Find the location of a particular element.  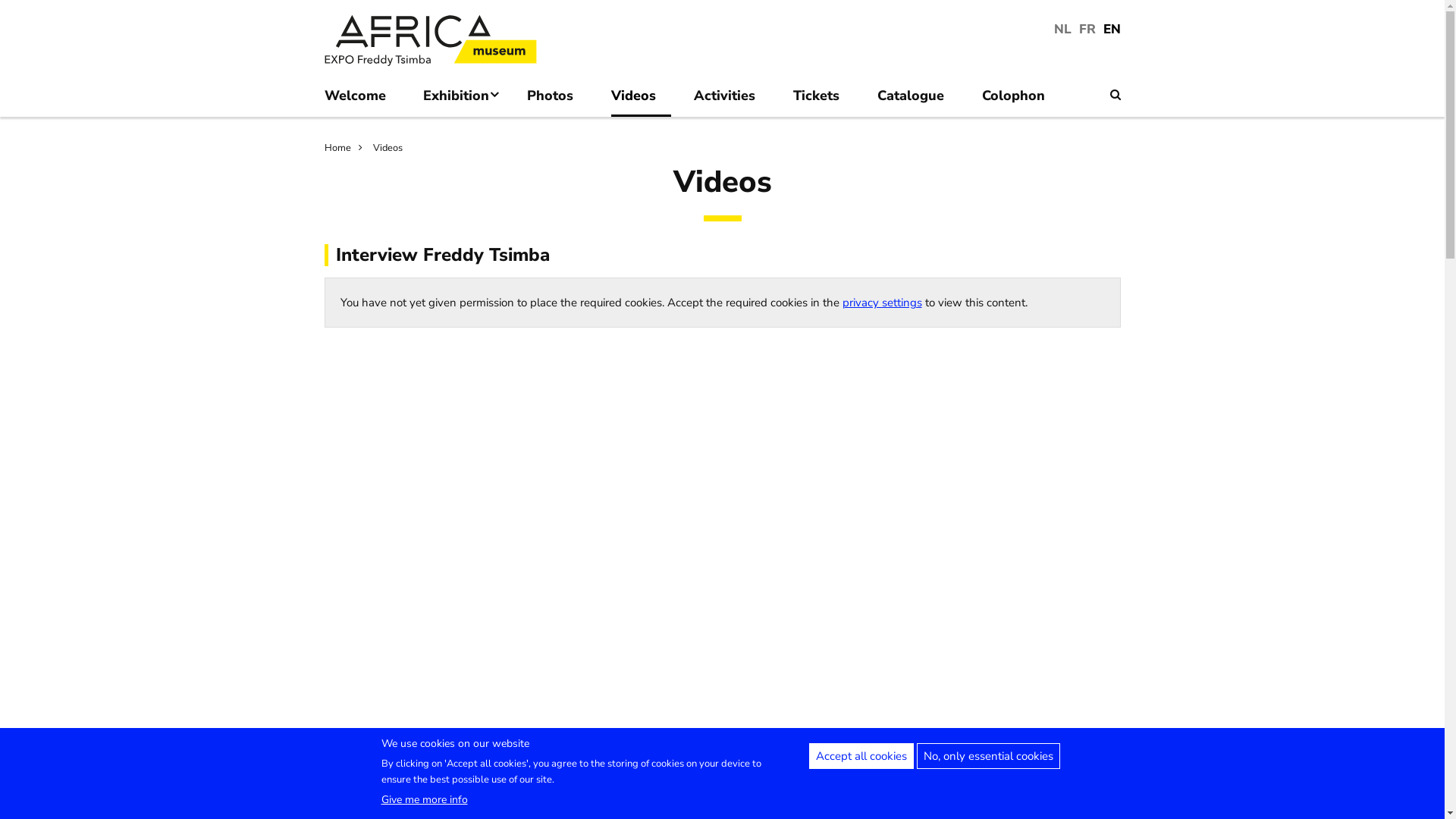

'FR' is located at coordinates (1086, 29).